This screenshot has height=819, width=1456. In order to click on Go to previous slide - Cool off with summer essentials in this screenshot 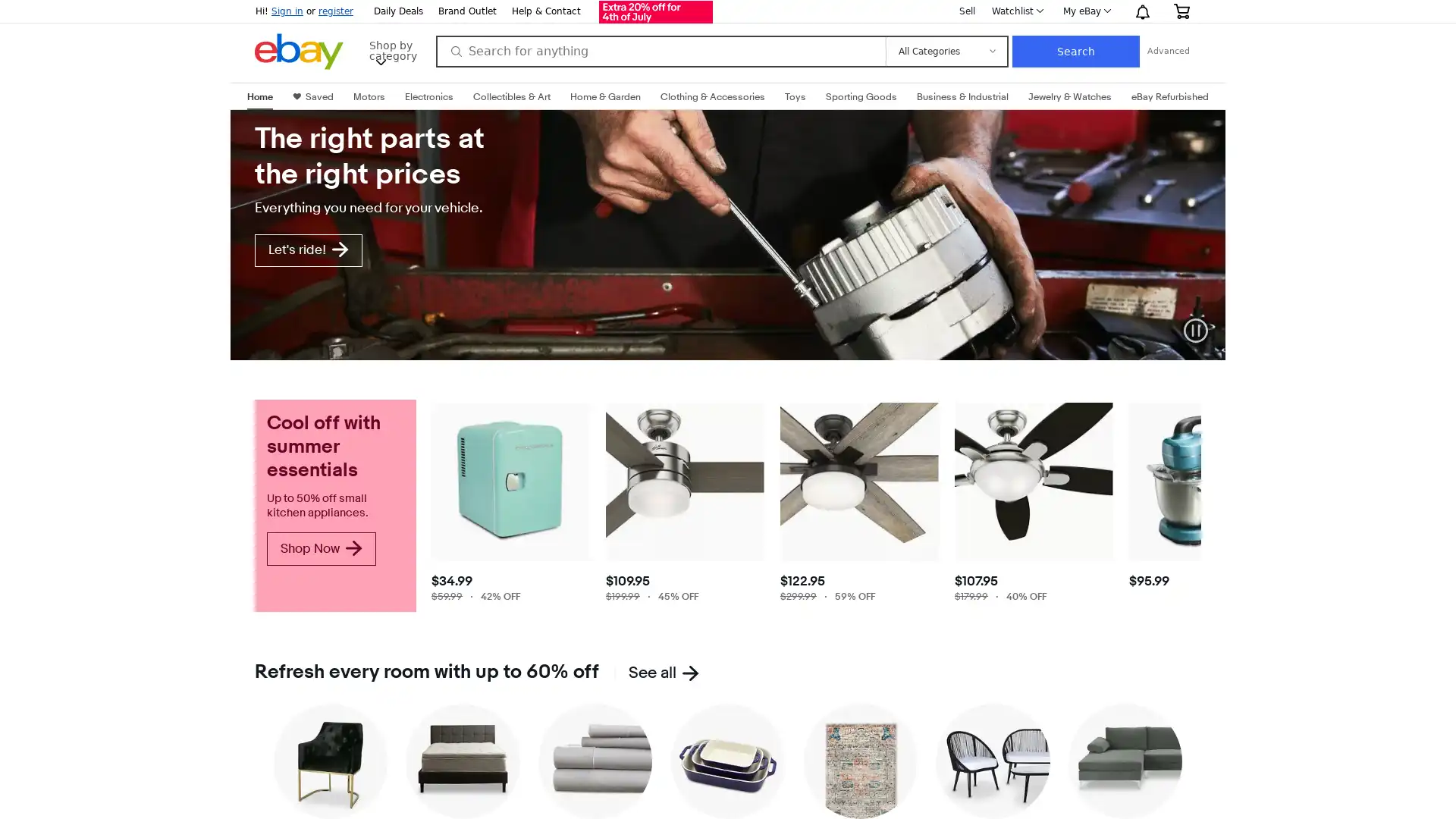, I will do `click(439, 604)`.